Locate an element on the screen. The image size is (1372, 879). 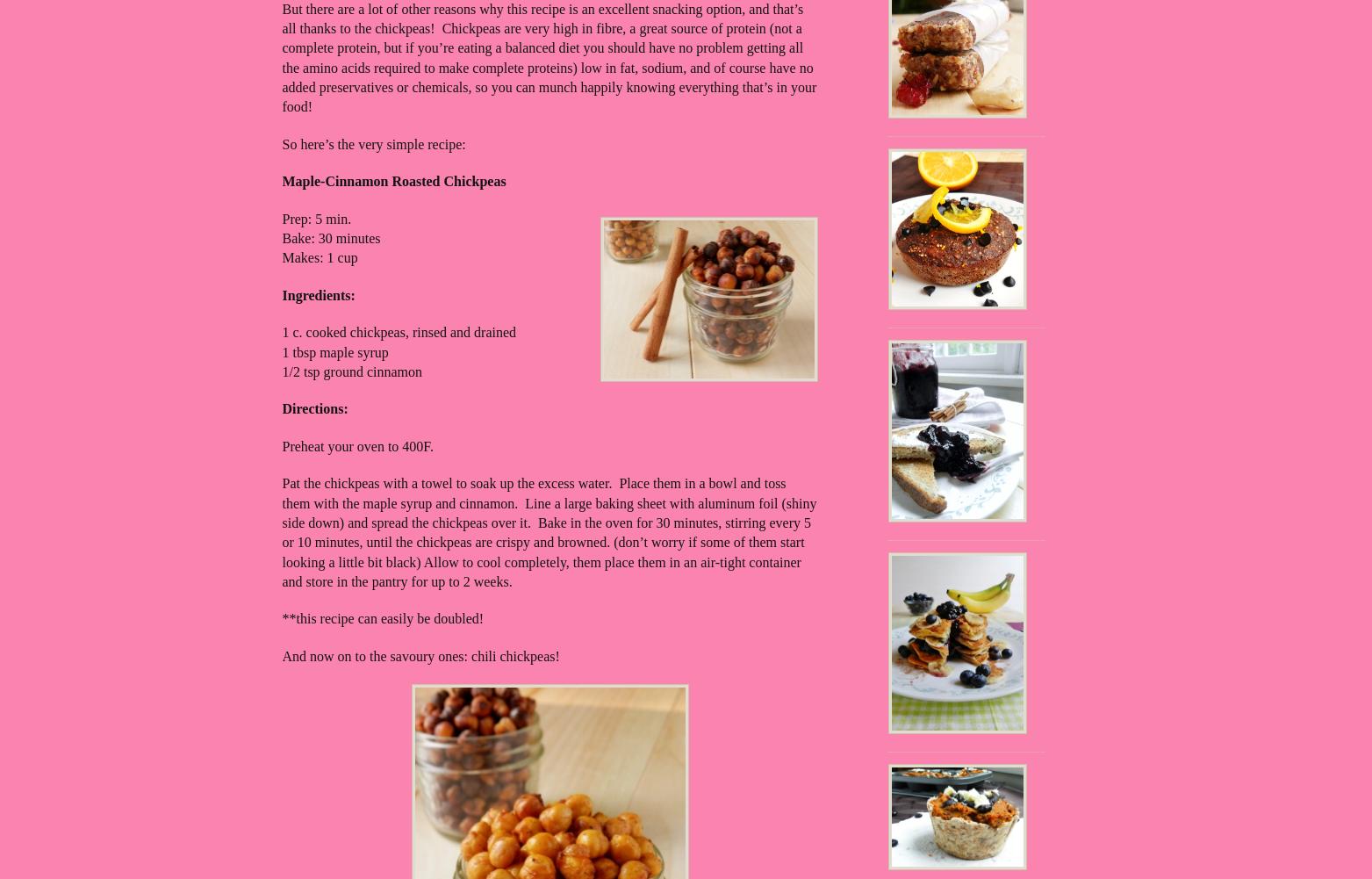
'1/2 tsp ground cinnamon' is located at coordinates (352, 370).